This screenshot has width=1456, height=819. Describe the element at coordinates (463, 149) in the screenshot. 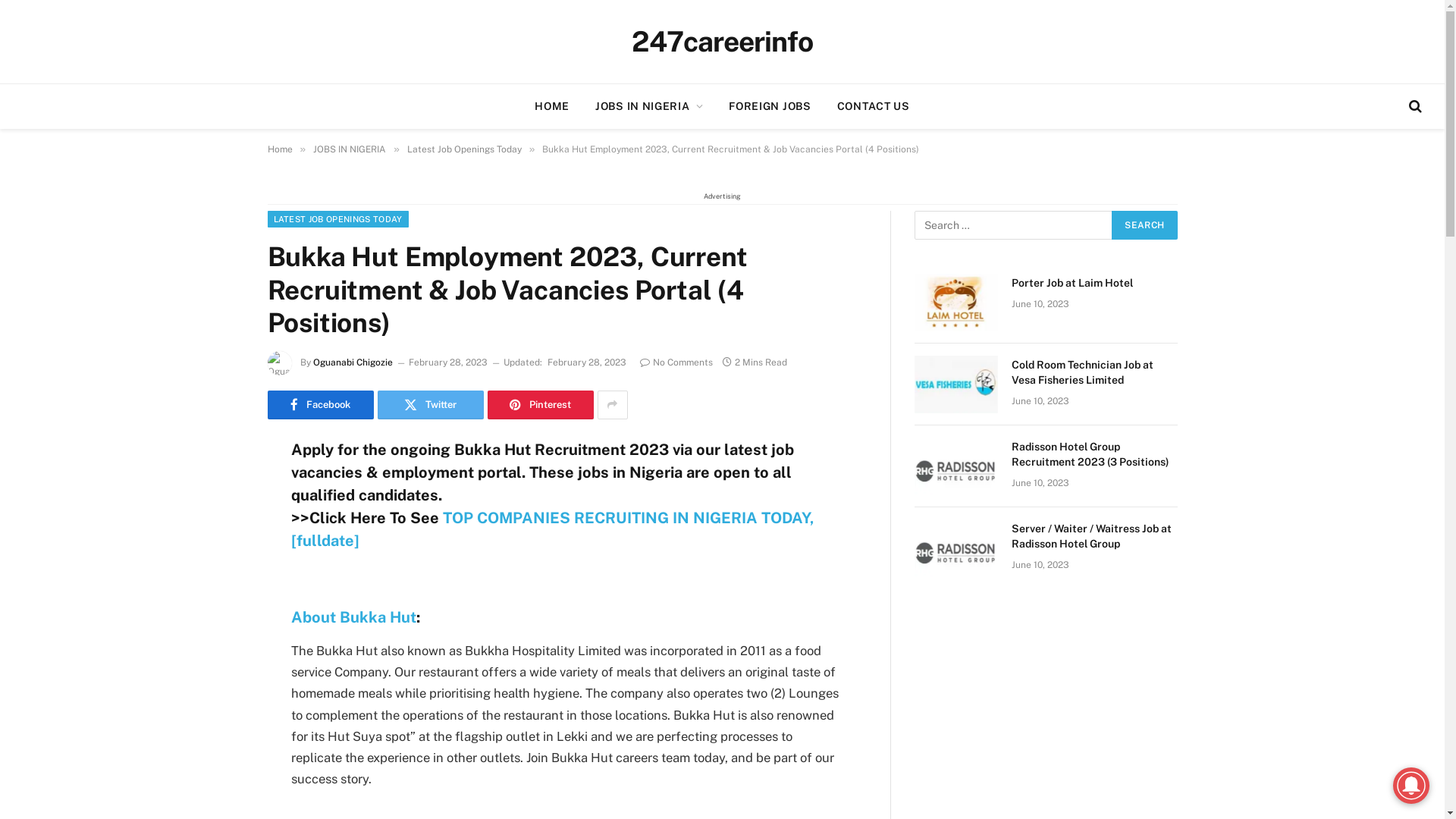

I see `'Latest Job Openings Today'` at that location.